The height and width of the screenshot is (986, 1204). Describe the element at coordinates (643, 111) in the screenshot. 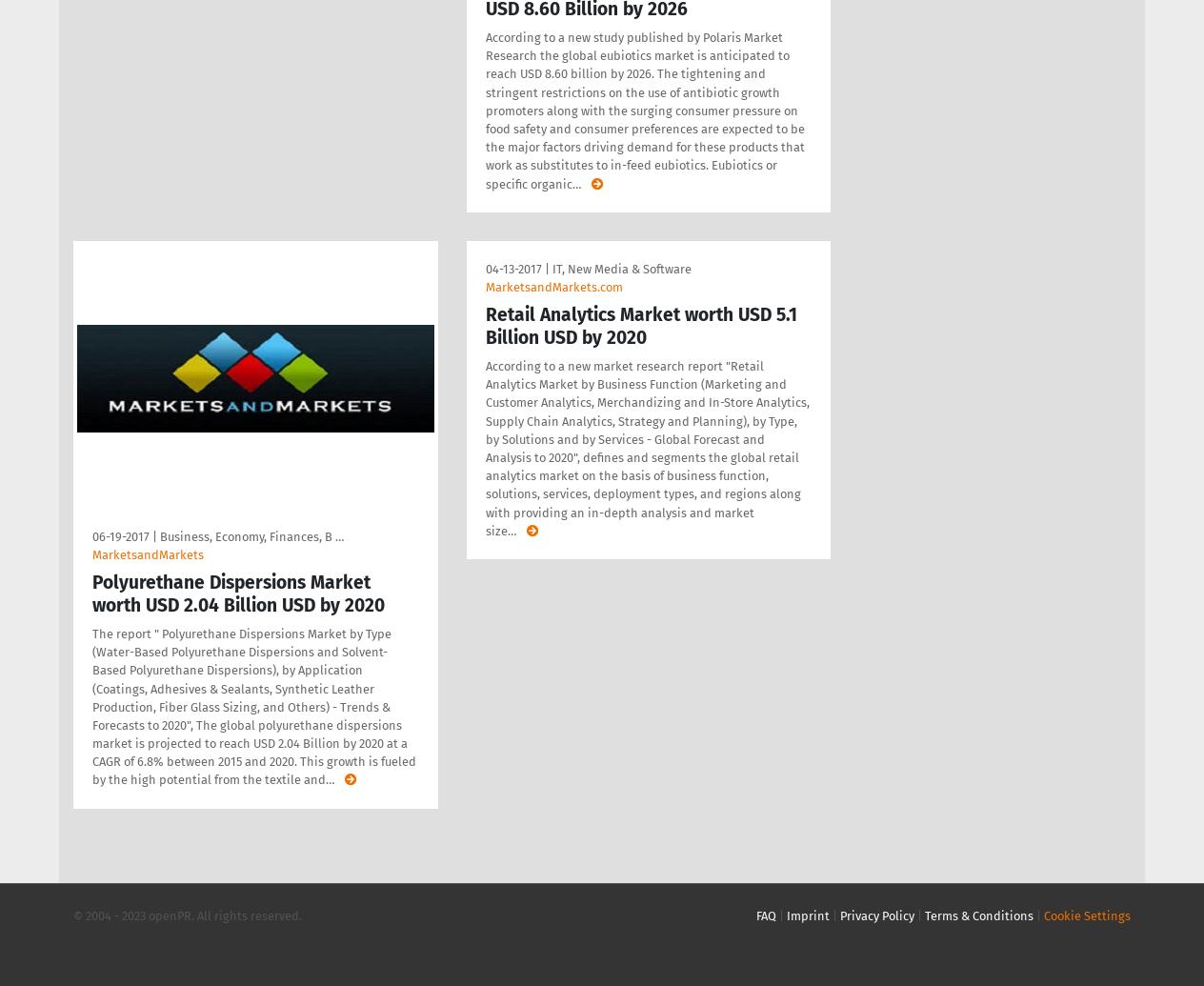

I see `'According to a new study published by Polaris Market Research the global eubiotics market is anticipated to reach USD 8.60 billion by 2026. The tightening and stringent restrictions on the use of antibiotic growth promoters along with the surging consumer pressure on food safety and consumer preferences are expected to be the major factors driving demand for these products that work as substitutes to in-feed eubiotics.
 
Eubiotics or specific organic'` at that location.